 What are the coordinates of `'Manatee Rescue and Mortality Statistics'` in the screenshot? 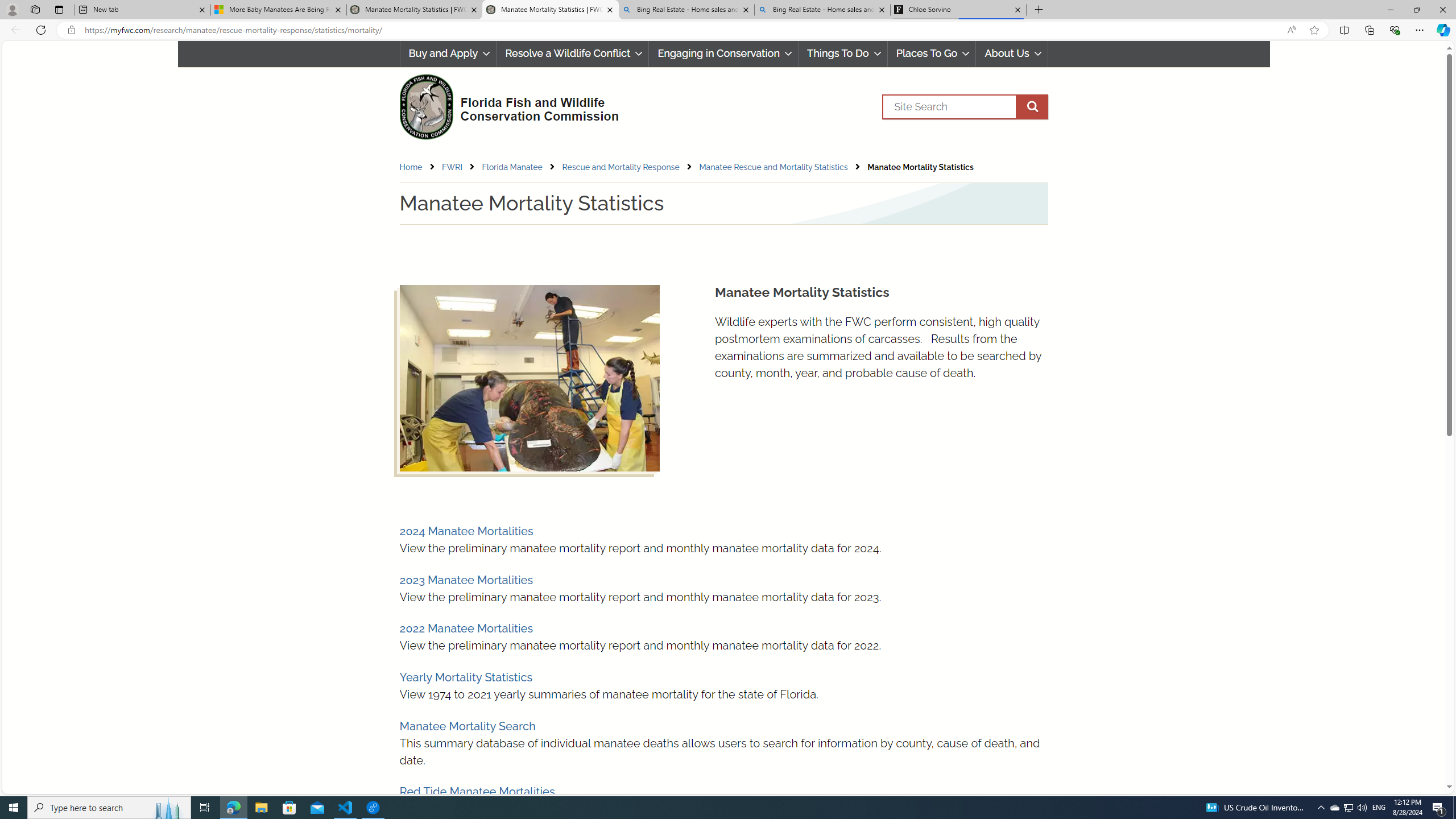 It's located at (772, 167).